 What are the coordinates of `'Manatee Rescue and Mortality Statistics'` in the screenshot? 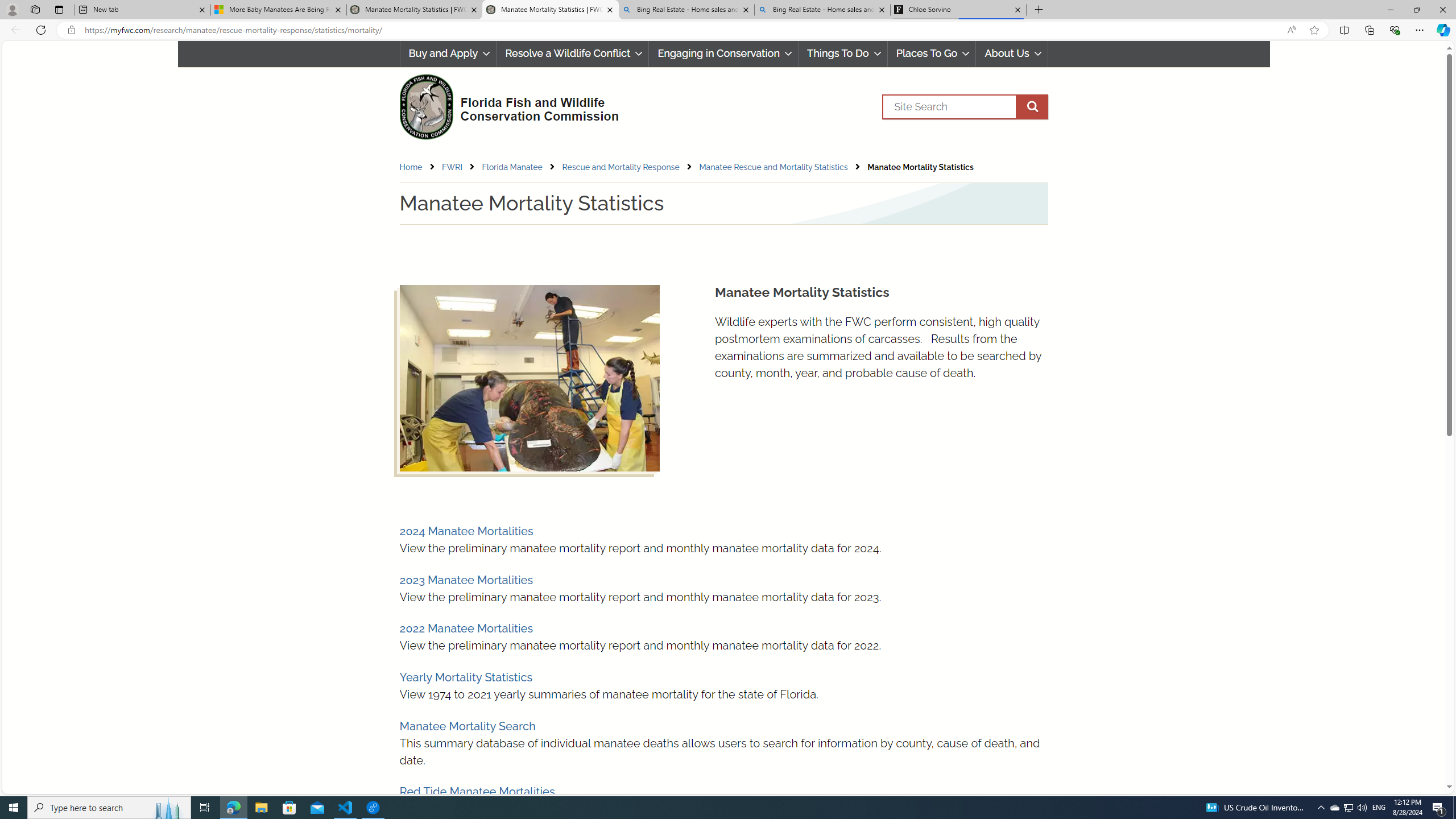 It's located at (772, 167).